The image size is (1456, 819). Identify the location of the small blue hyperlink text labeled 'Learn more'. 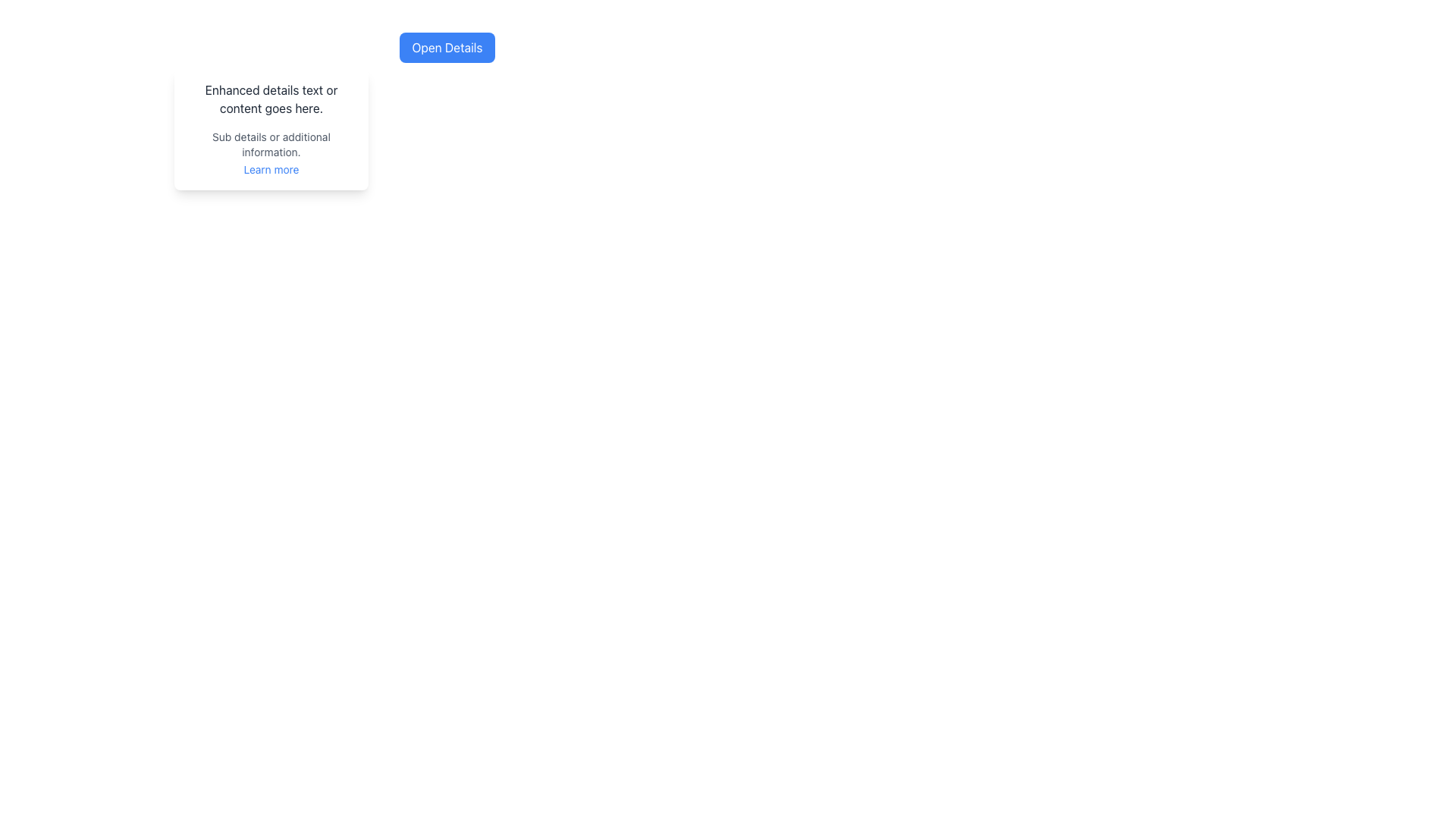
(271, 169).